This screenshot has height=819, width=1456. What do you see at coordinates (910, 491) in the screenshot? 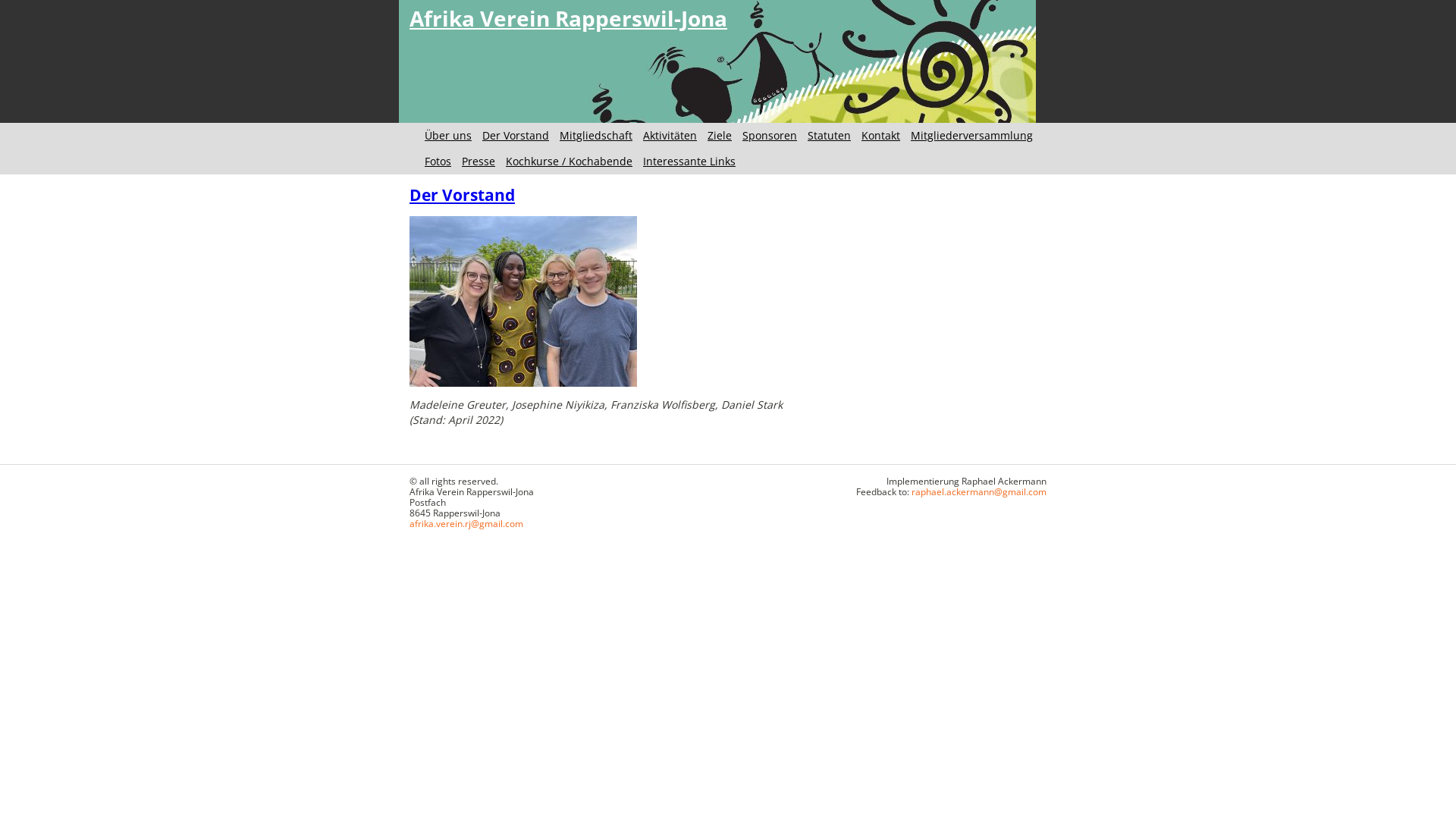
I see `'raphael.ackermann@gmail.com'` at bounding box center [910, 491].